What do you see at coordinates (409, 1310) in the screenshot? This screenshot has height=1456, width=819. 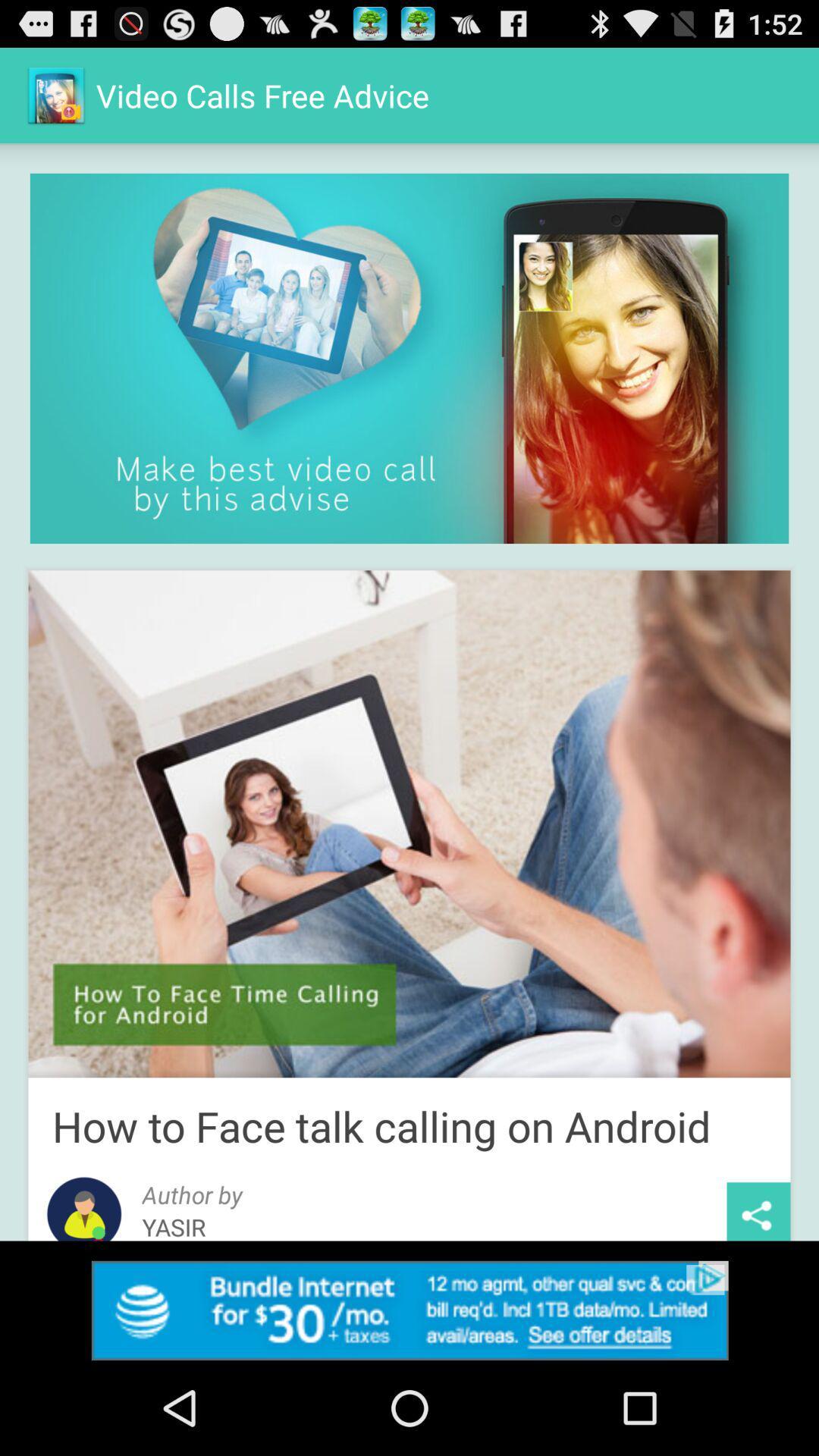 I see `advertisements website` at bounding box center [409, 1310].